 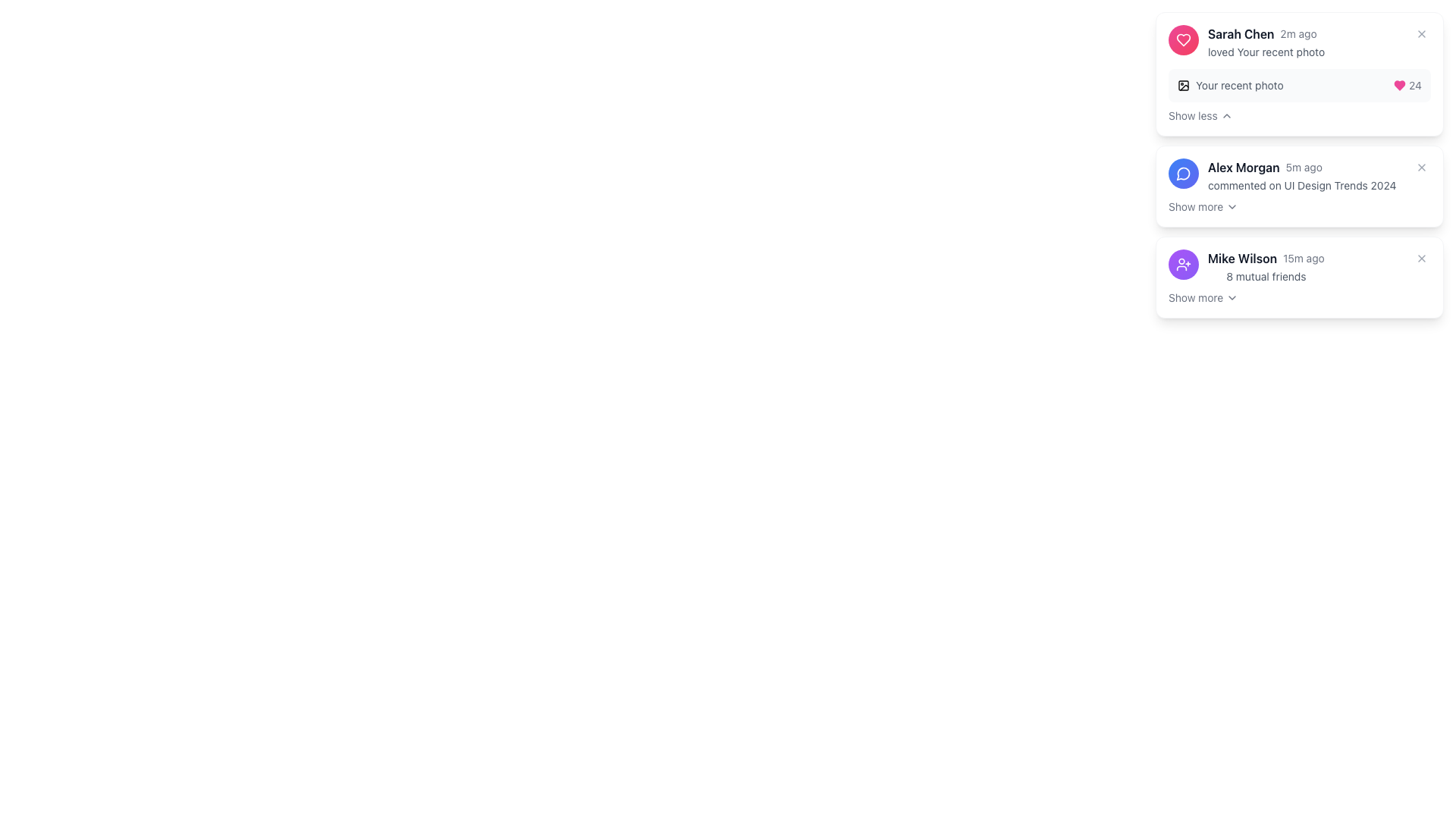 I want to click on the 'Show more' interactive text link located at the bottom-right of a notification card featuring 'Mike Wilson' and '8 mutual friends', so click(x=1203, y=298).